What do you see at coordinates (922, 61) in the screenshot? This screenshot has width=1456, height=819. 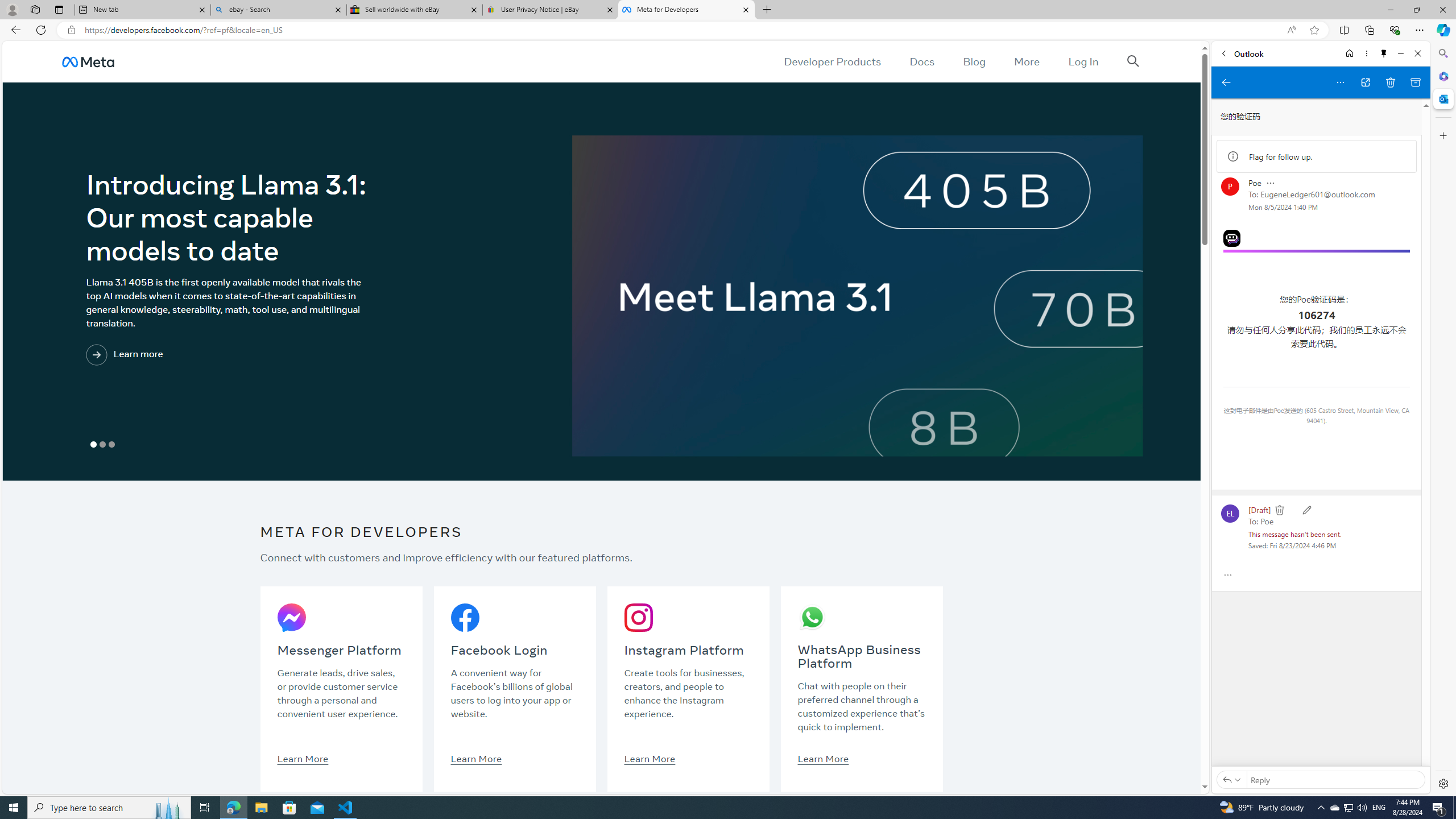 I see `'Docs'` at bounding box center [922, 61].